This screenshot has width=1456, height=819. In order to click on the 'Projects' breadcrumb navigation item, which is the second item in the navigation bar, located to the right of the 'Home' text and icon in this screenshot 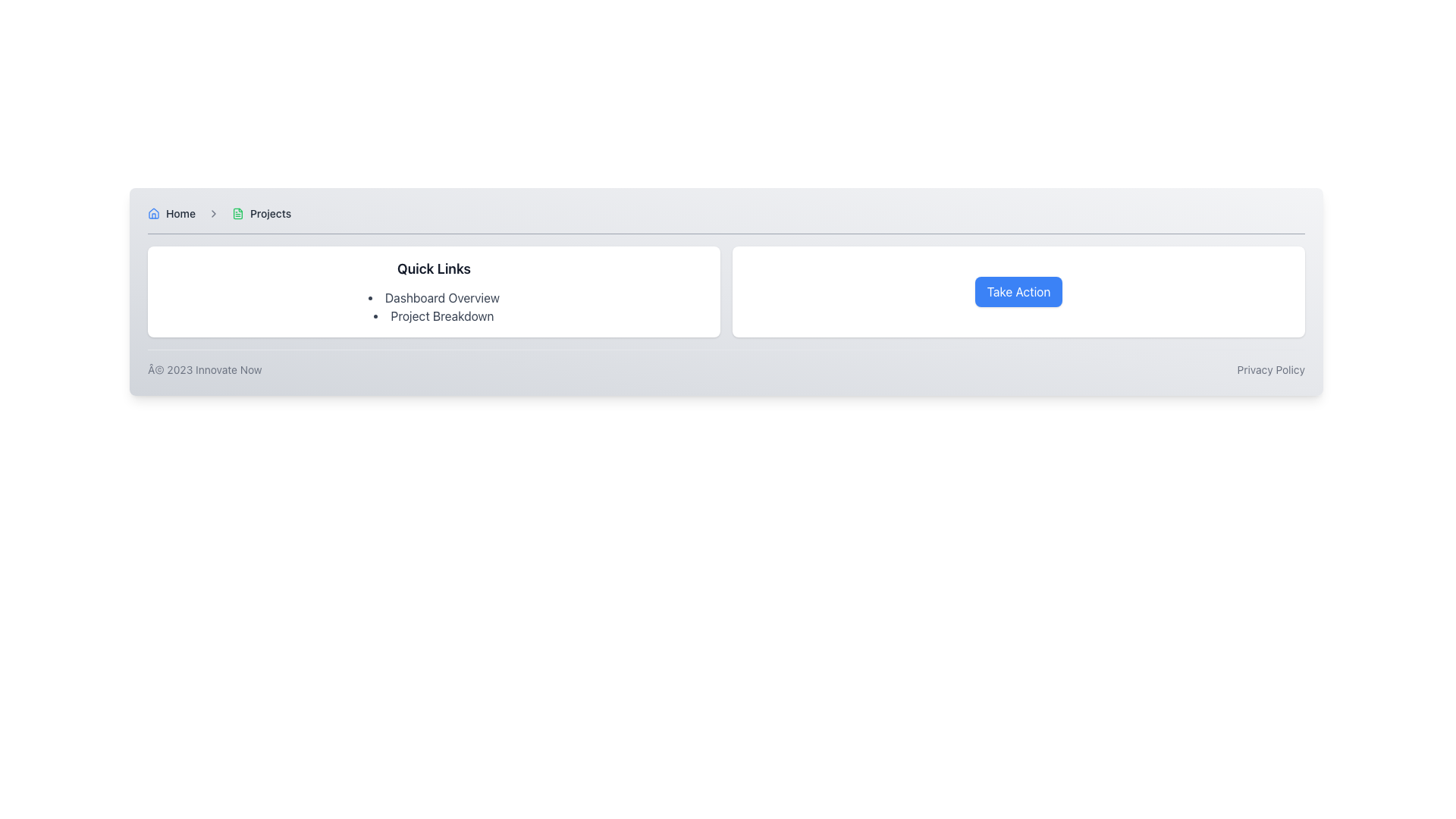, I will do `click(262, 213)`.